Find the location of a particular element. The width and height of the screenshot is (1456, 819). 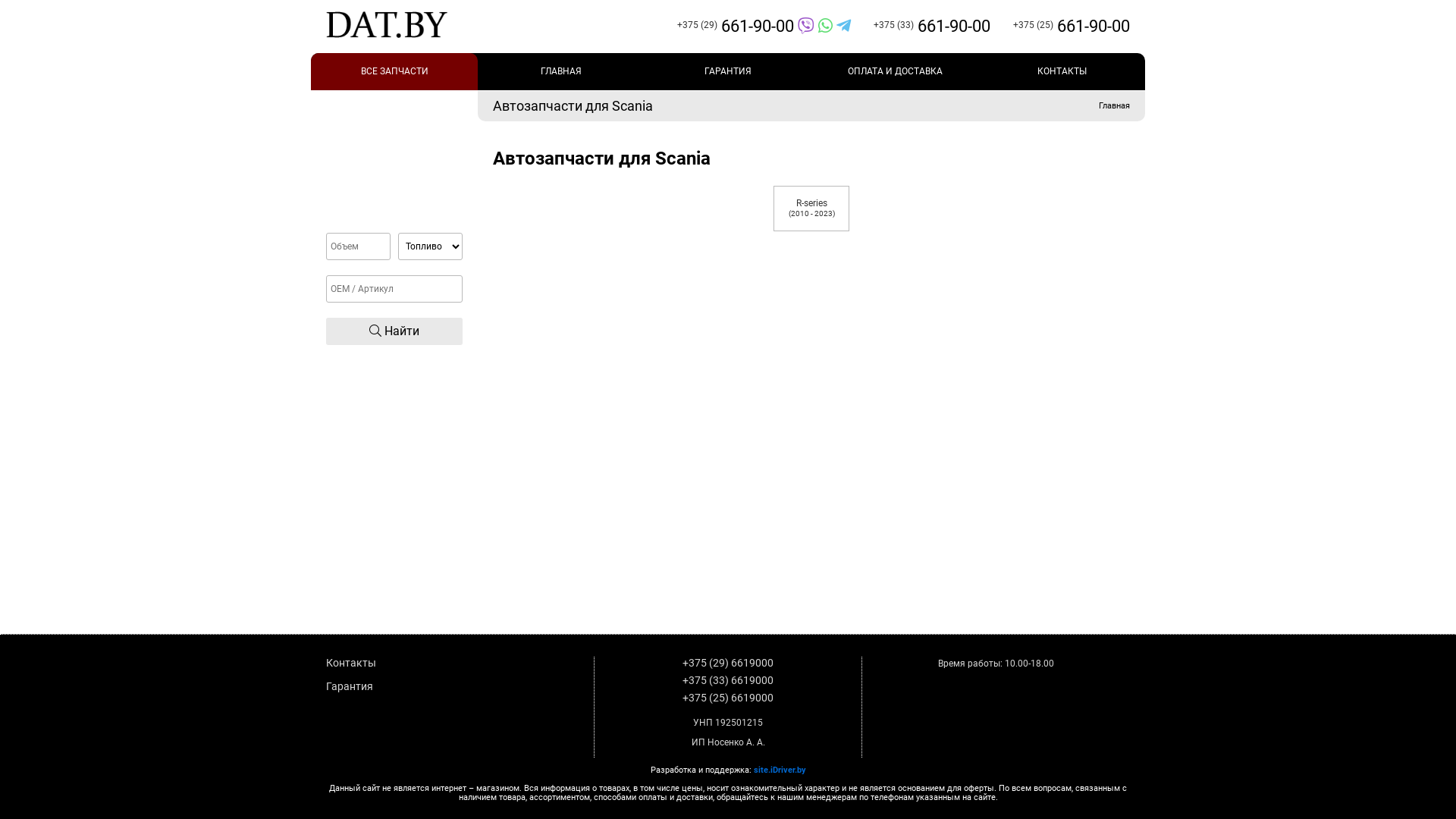

'+375 (25) 6619000' is located at coordinates (728, 698).